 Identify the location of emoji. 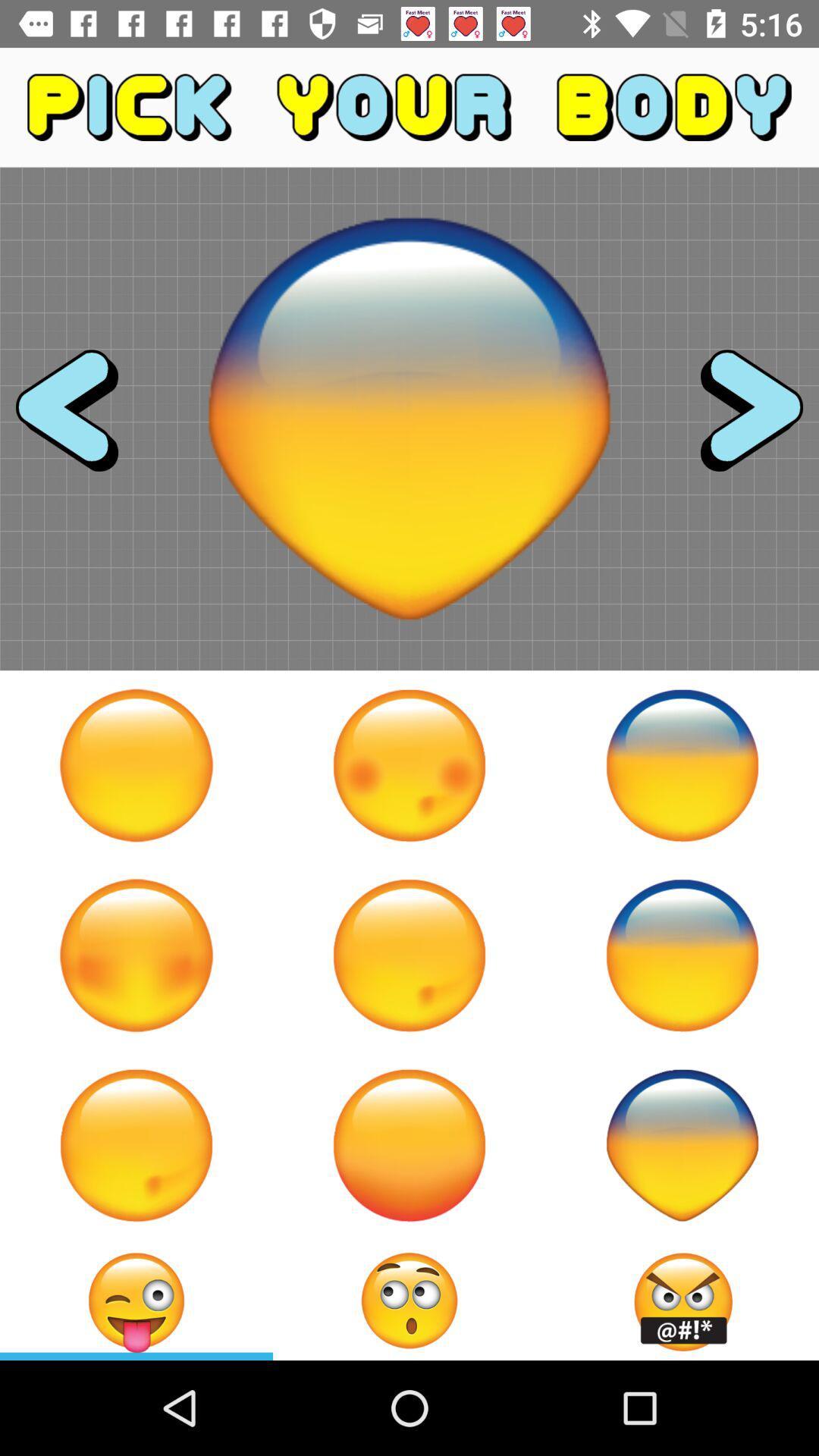
(136, 765).